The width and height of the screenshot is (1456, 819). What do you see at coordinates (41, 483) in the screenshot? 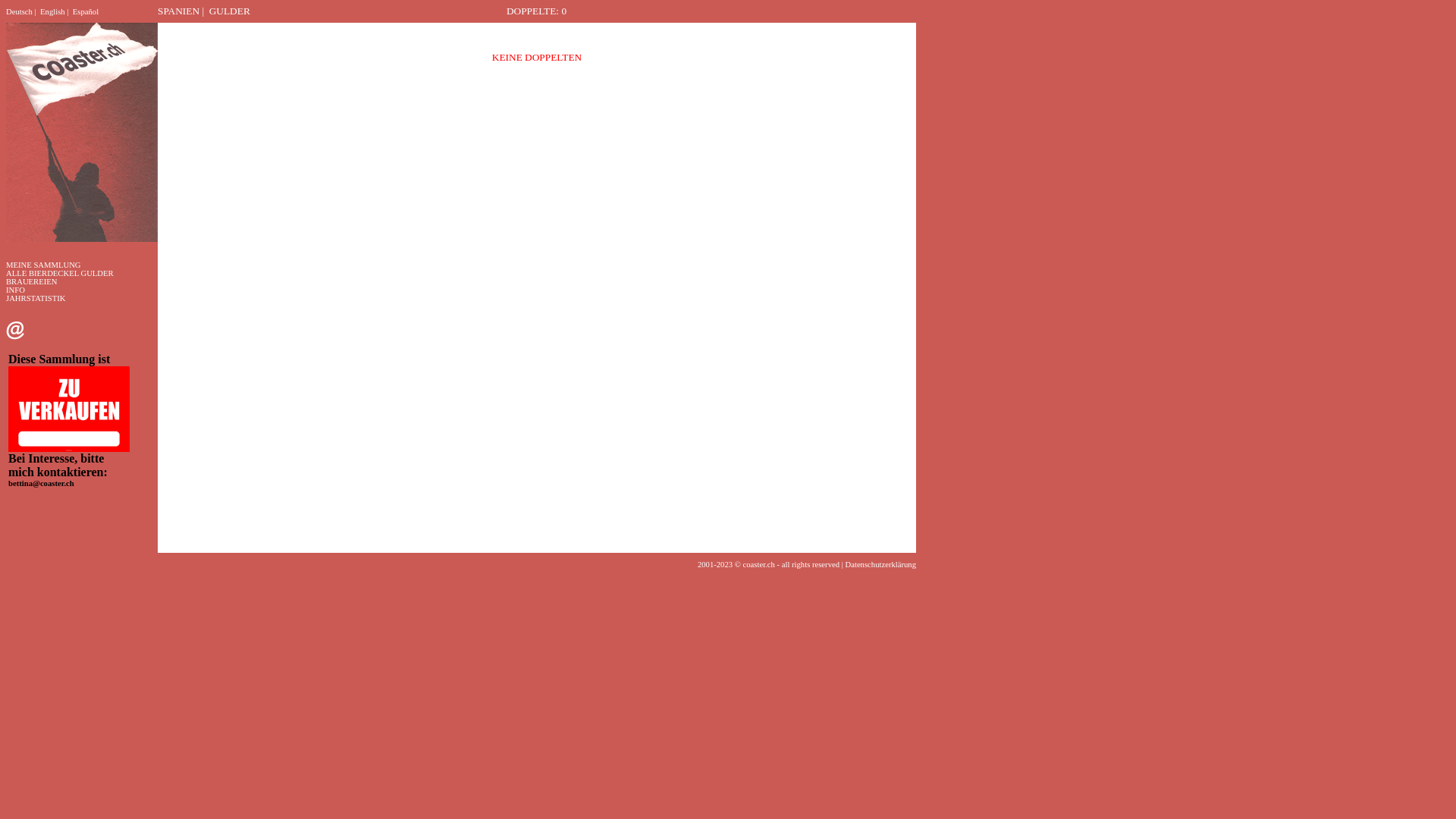
I see `'bettina@coaster.ch'` at bounding box center [41, 483].